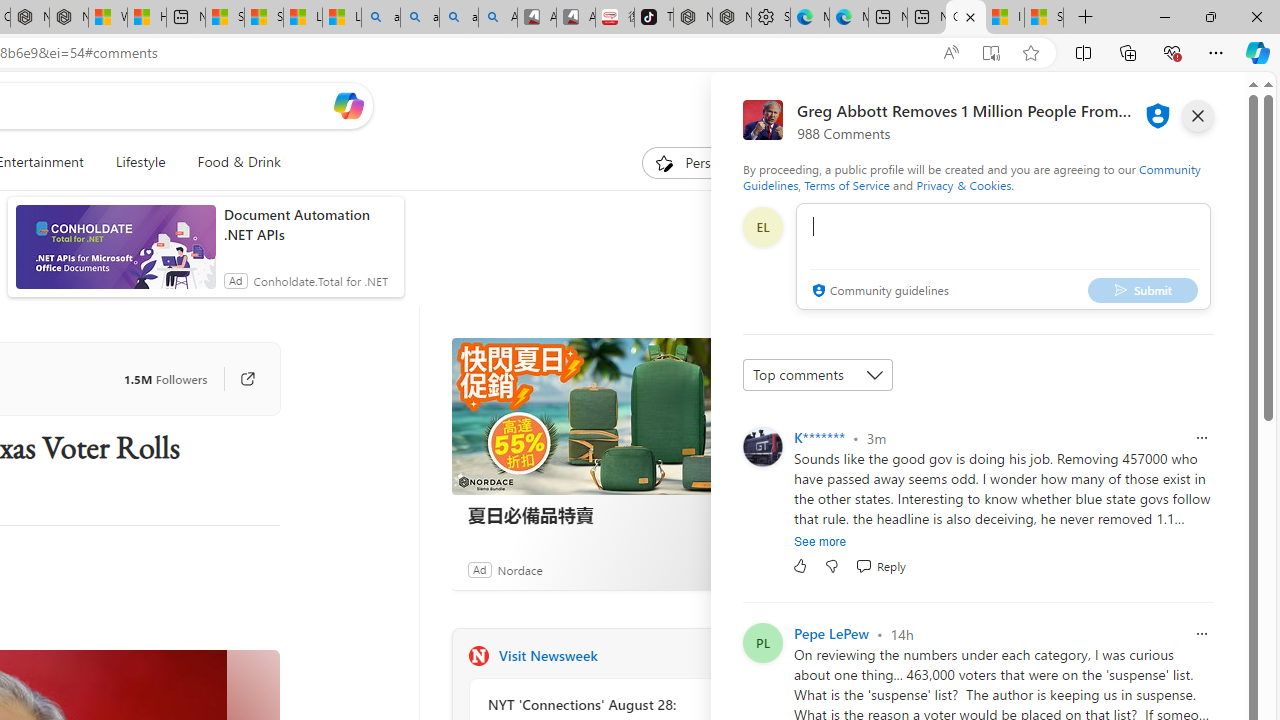 The width and height of the screenshot is (1280, 720). I want to click on 'K*******', so click(819, 436).